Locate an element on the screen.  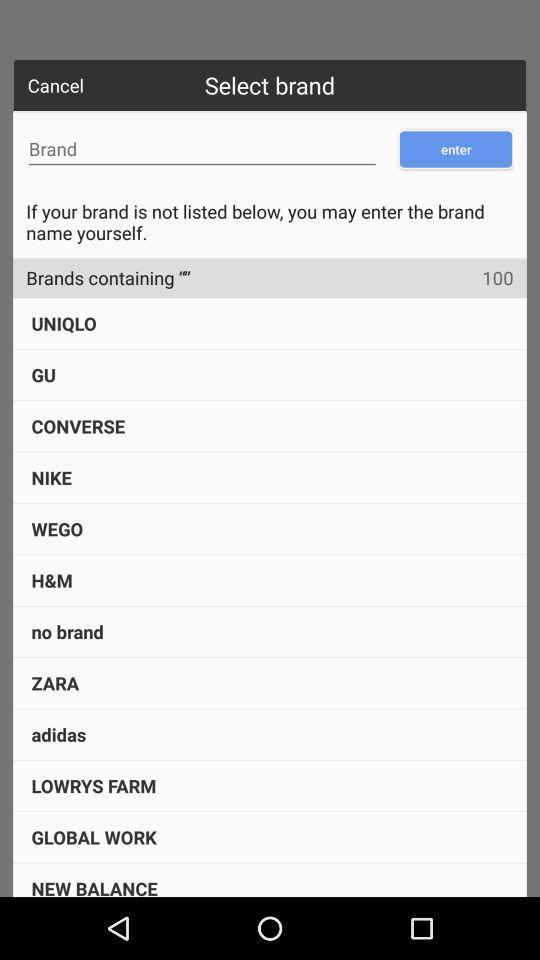
the uniqlo item is located at coordinates (64, 323).